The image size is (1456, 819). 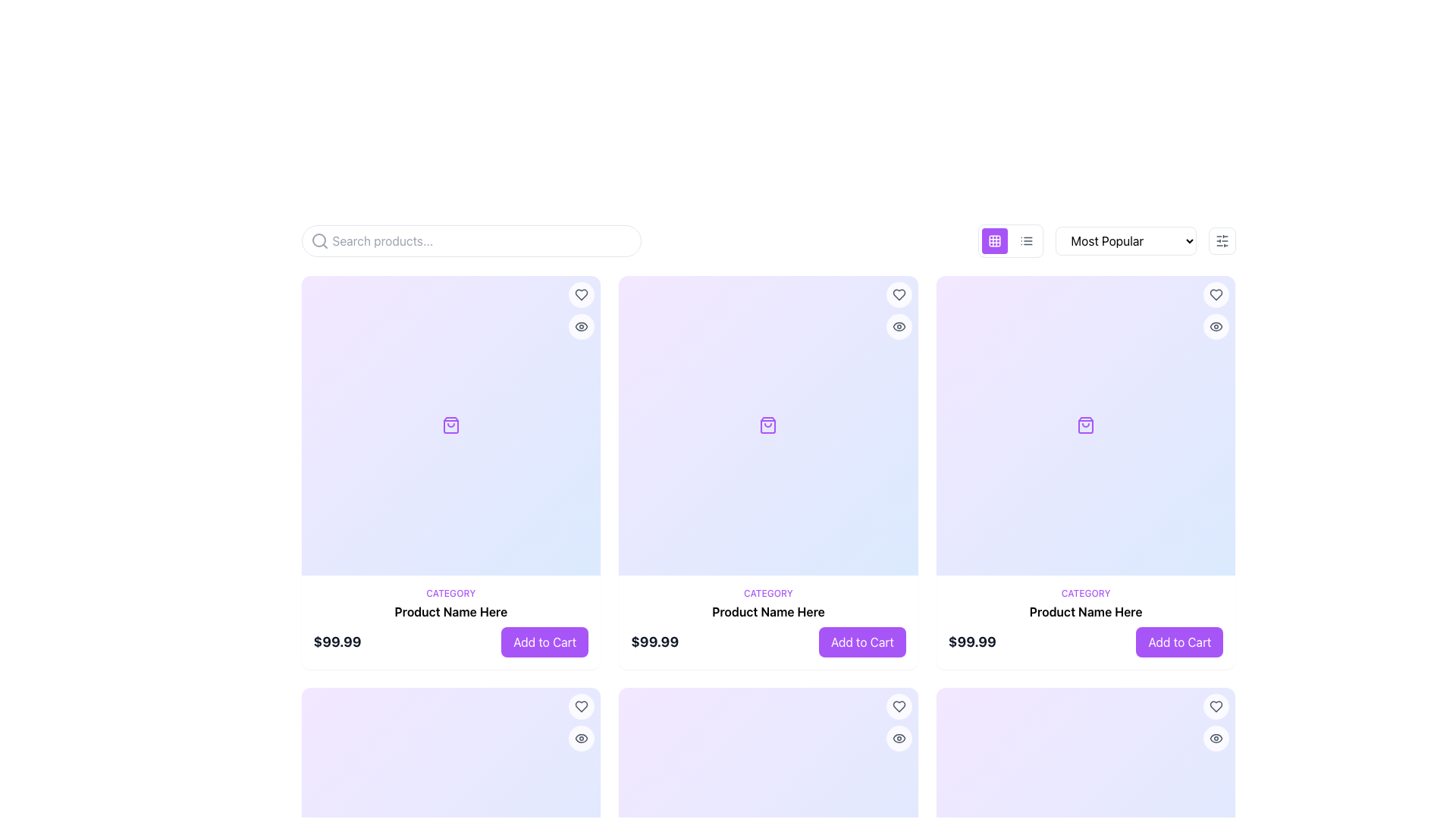 I want to click on the price text located at the bottom-left of the middle product card to trigger any tooltip or highlight, so click(x=654, y=642).